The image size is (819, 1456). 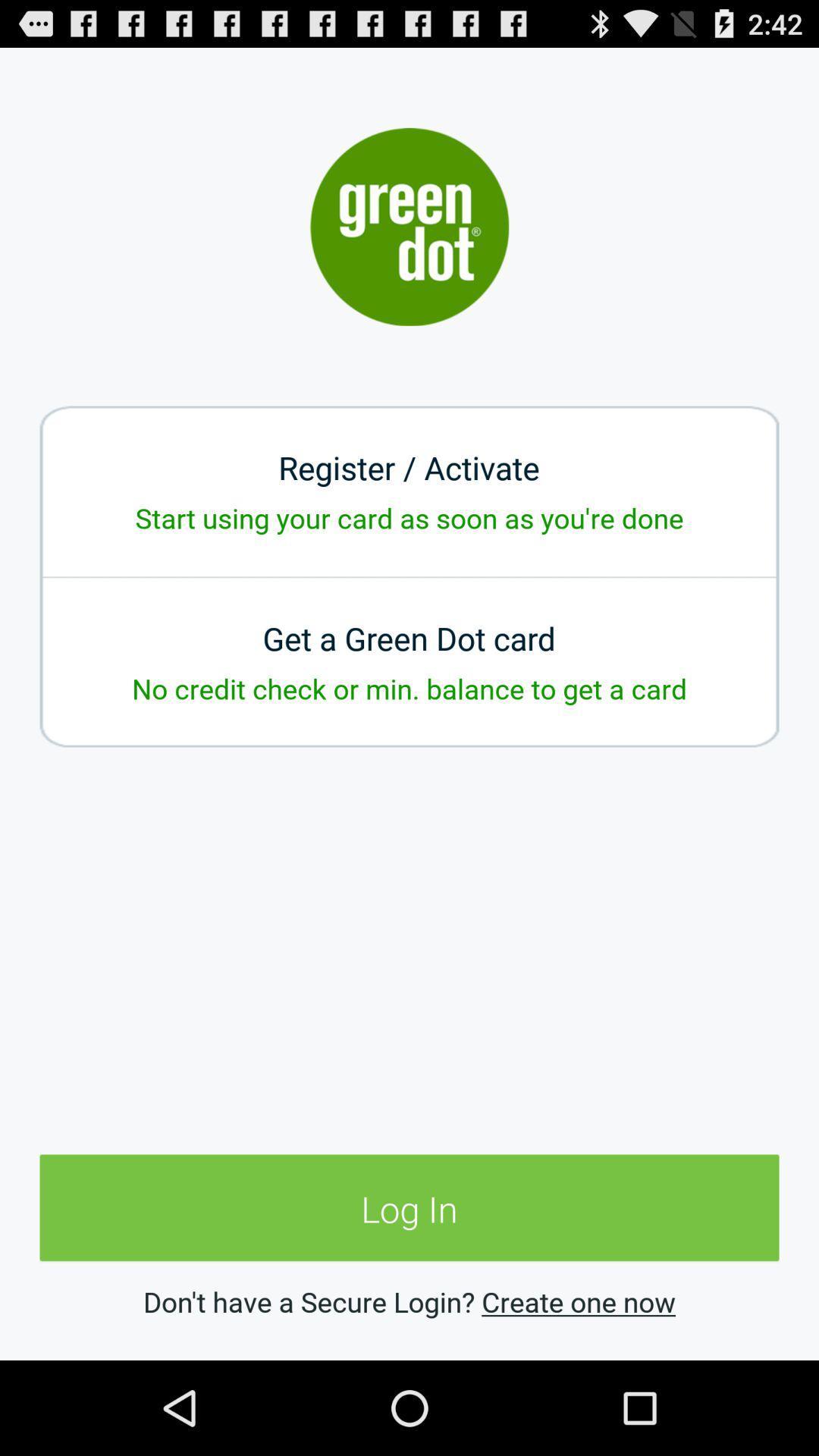 I want to click on the app to the right of the don t have app, so click(x=579, y=1301).